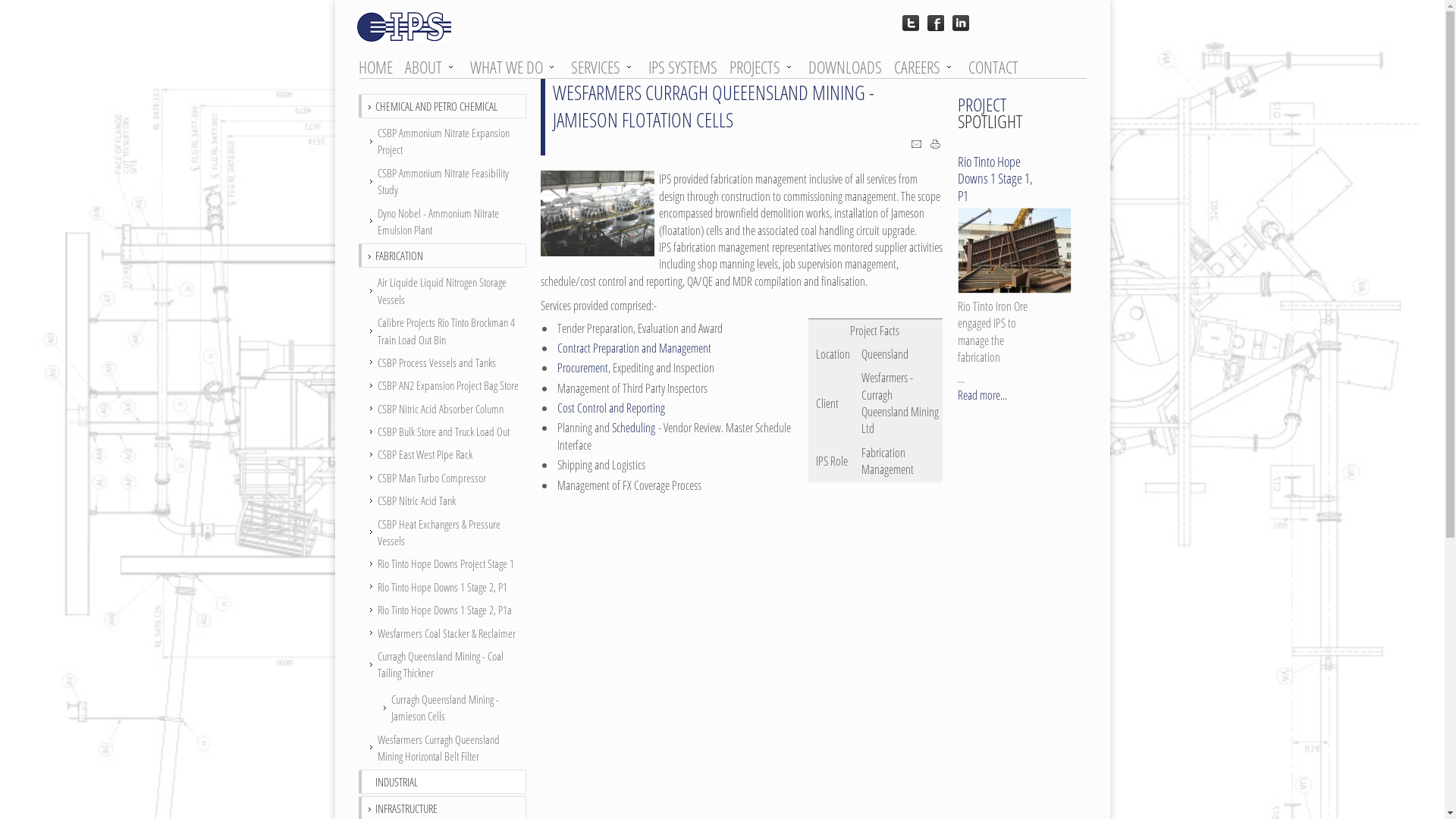 This screenshot has height=819, width=1456. What do you see at coordinates (581, 368) in the screenshot?
I see `'Procurement'` at bounding box center [581, 368].